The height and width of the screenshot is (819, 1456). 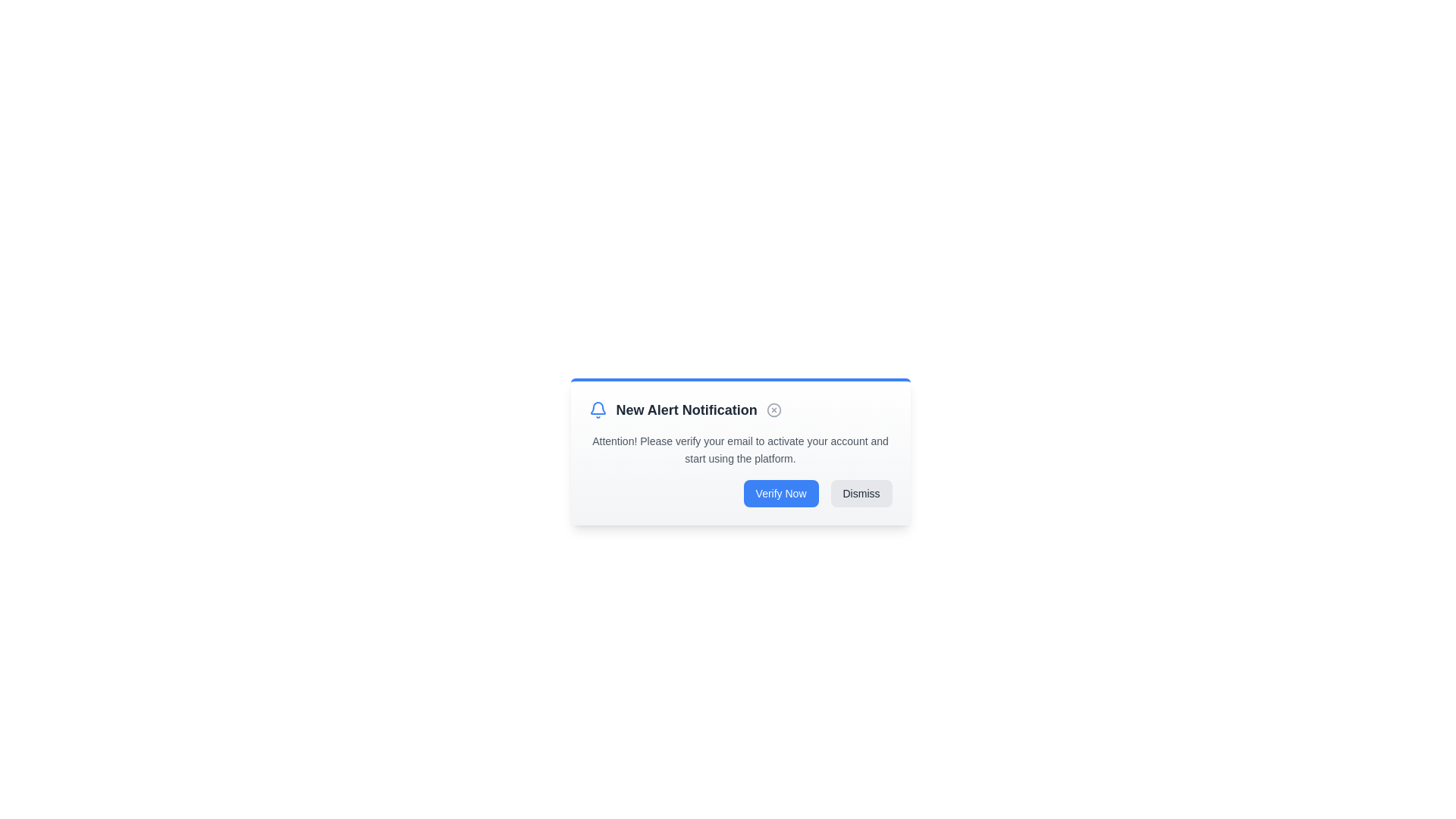 What do you see at coordinates (597, 409) in the screenshot?
I see `the notification alert icon, which is a bell icon positioned to the left of the title 'New Alert Notification'` at bounding box center [597, 409].